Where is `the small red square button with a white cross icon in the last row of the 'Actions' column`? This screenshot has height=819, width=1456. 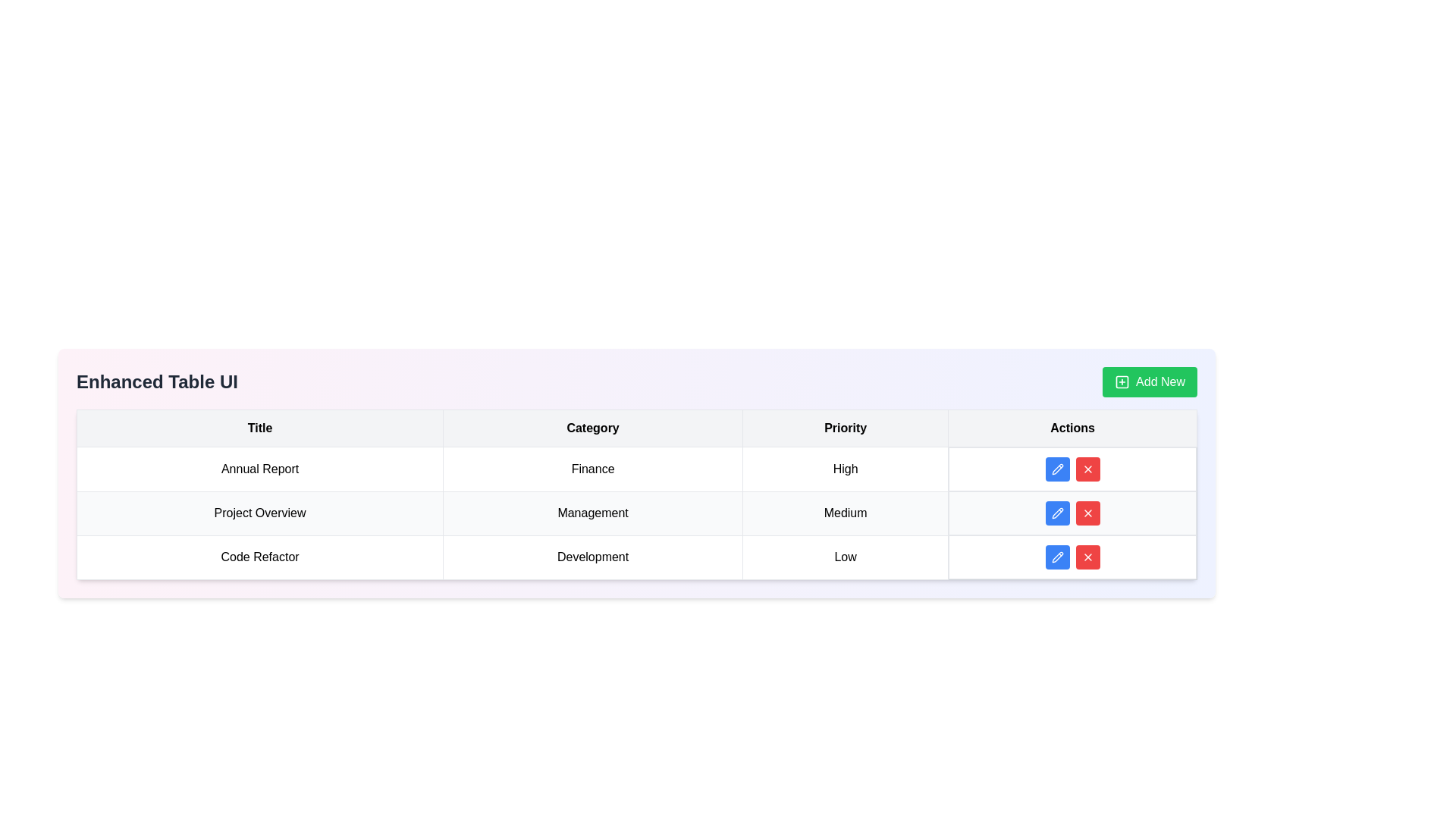
the small red square button with a white cross icon in the last row of the 'Actions' column is located at coordinates (1087, 557).